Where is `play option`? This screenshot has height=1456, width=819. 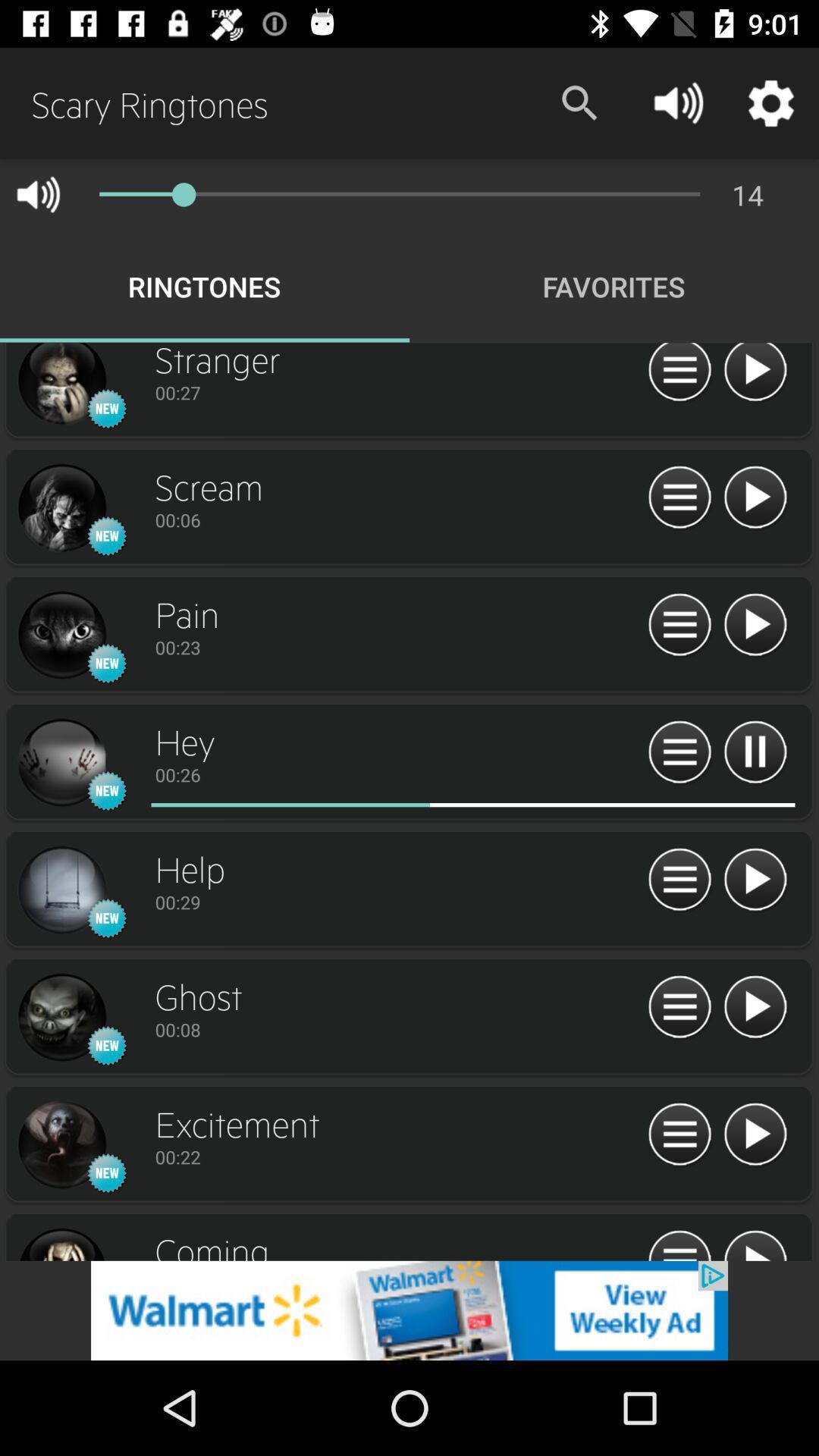
play option is located at coordinates (679, 1135).